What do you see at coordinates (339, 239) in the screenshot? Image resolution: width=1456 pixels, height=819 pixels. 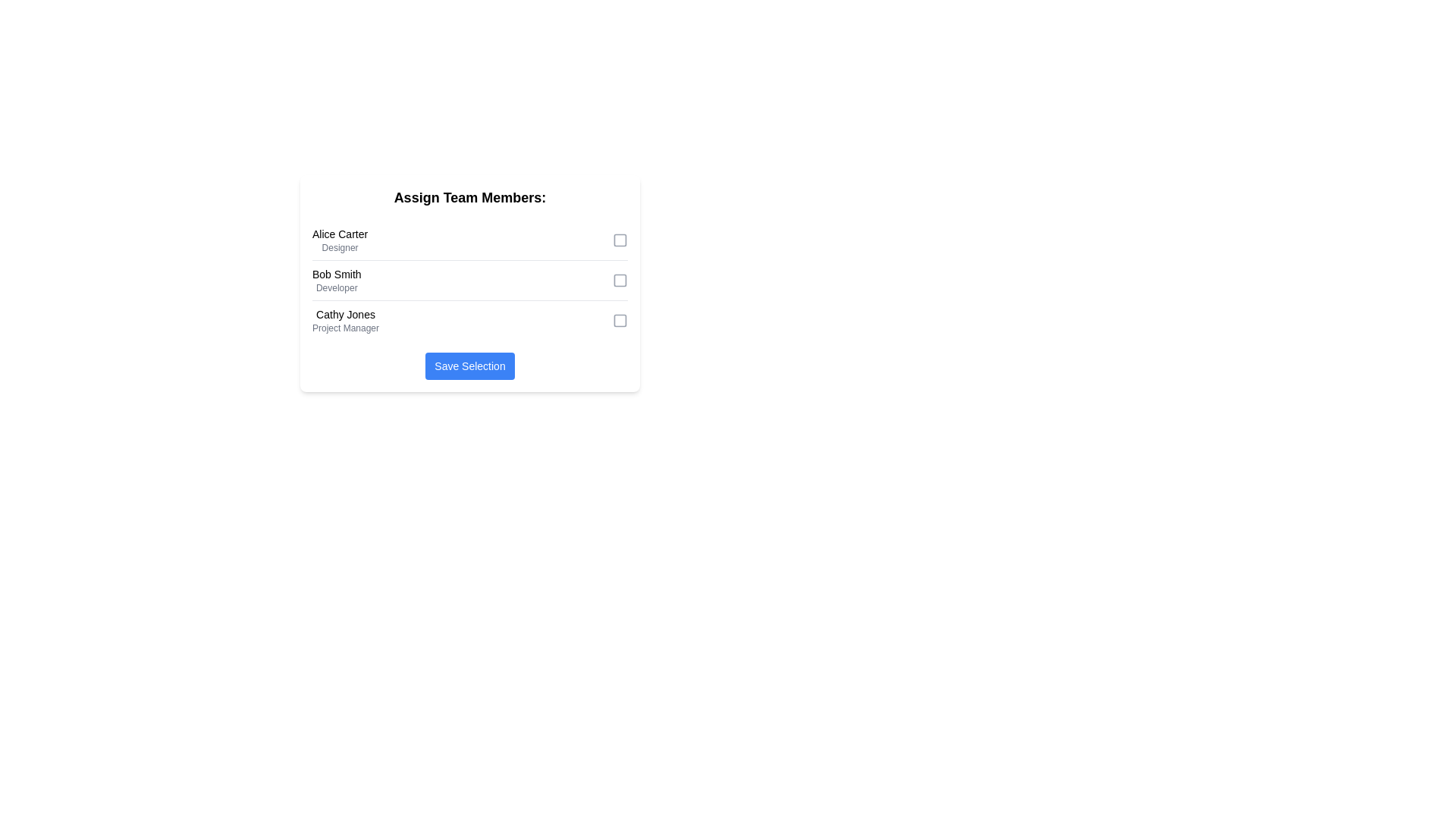 I see `the text display containing the name 'Alice Carter' and the role 'Designer', which is located in the first row under 'Assign Team Members:'` at bounding box center [339, 239].